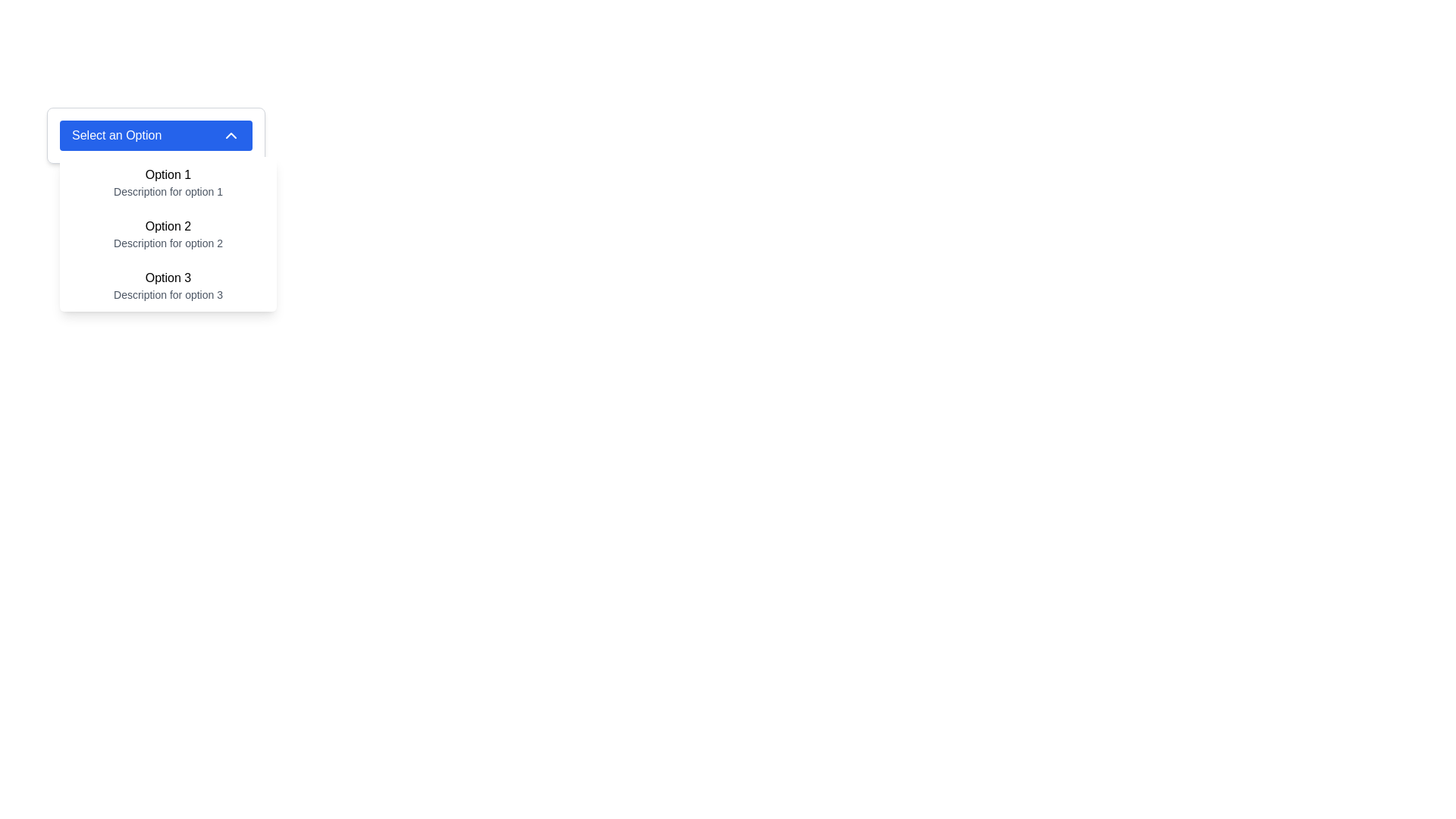  What do you see at coordinates (168, 286) in the screenshot?
I see `the third option in the dropdown menu` at bounding box center [168, 286].